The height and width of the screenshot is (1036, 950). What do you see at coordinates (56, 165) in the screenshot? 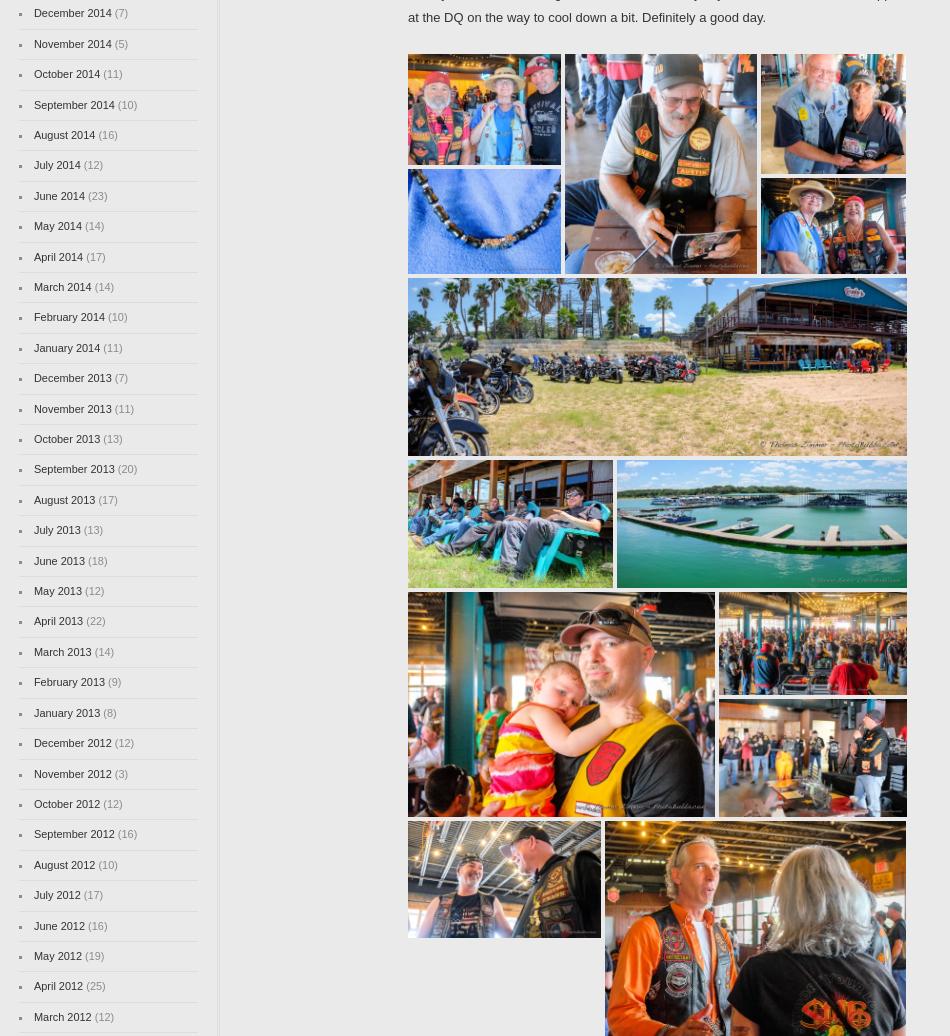
I see `'July 2014'` at bounding box center [56, 165].